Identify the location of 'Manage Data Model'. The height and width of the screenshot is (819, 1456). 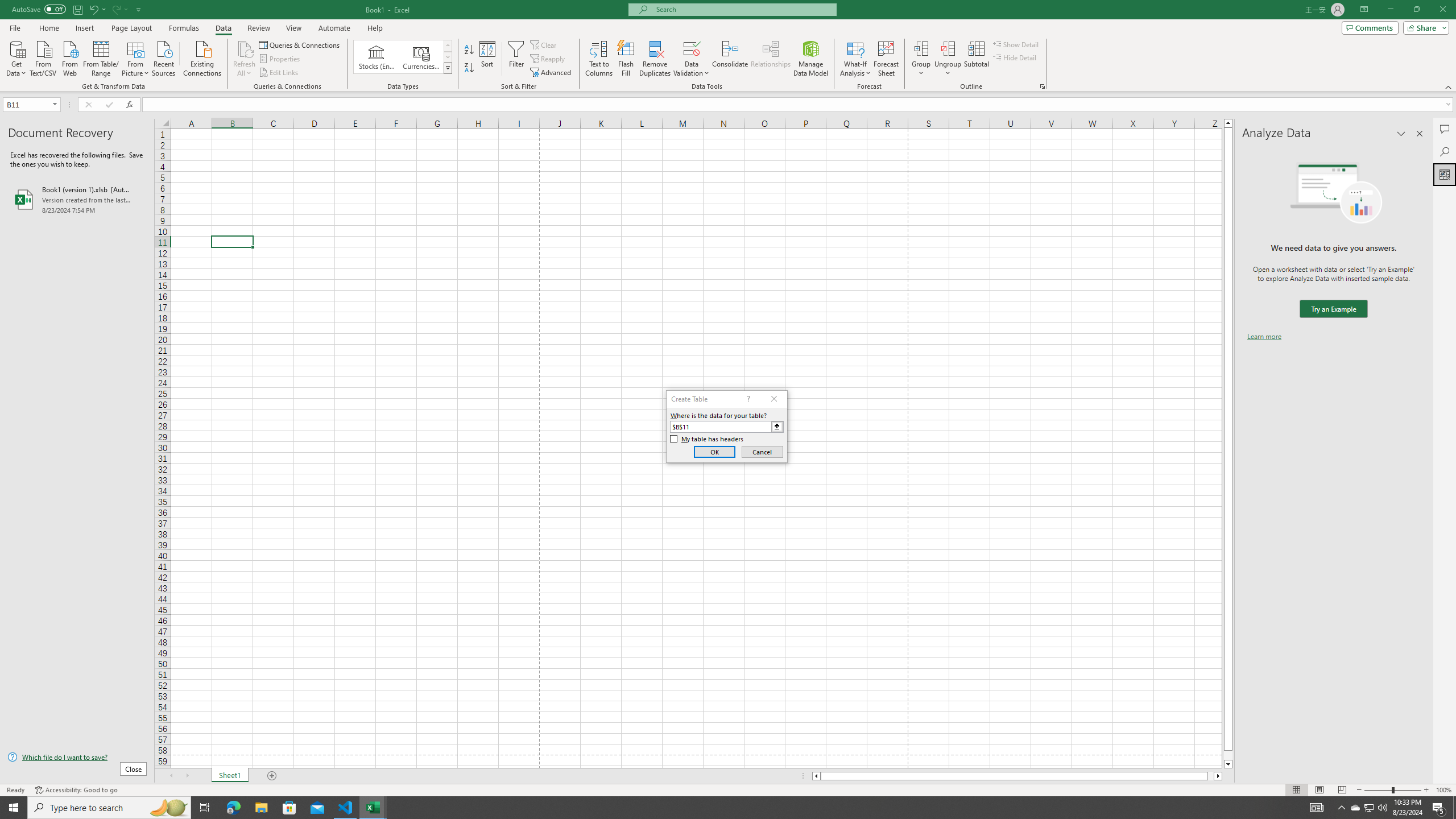
(810, 59).